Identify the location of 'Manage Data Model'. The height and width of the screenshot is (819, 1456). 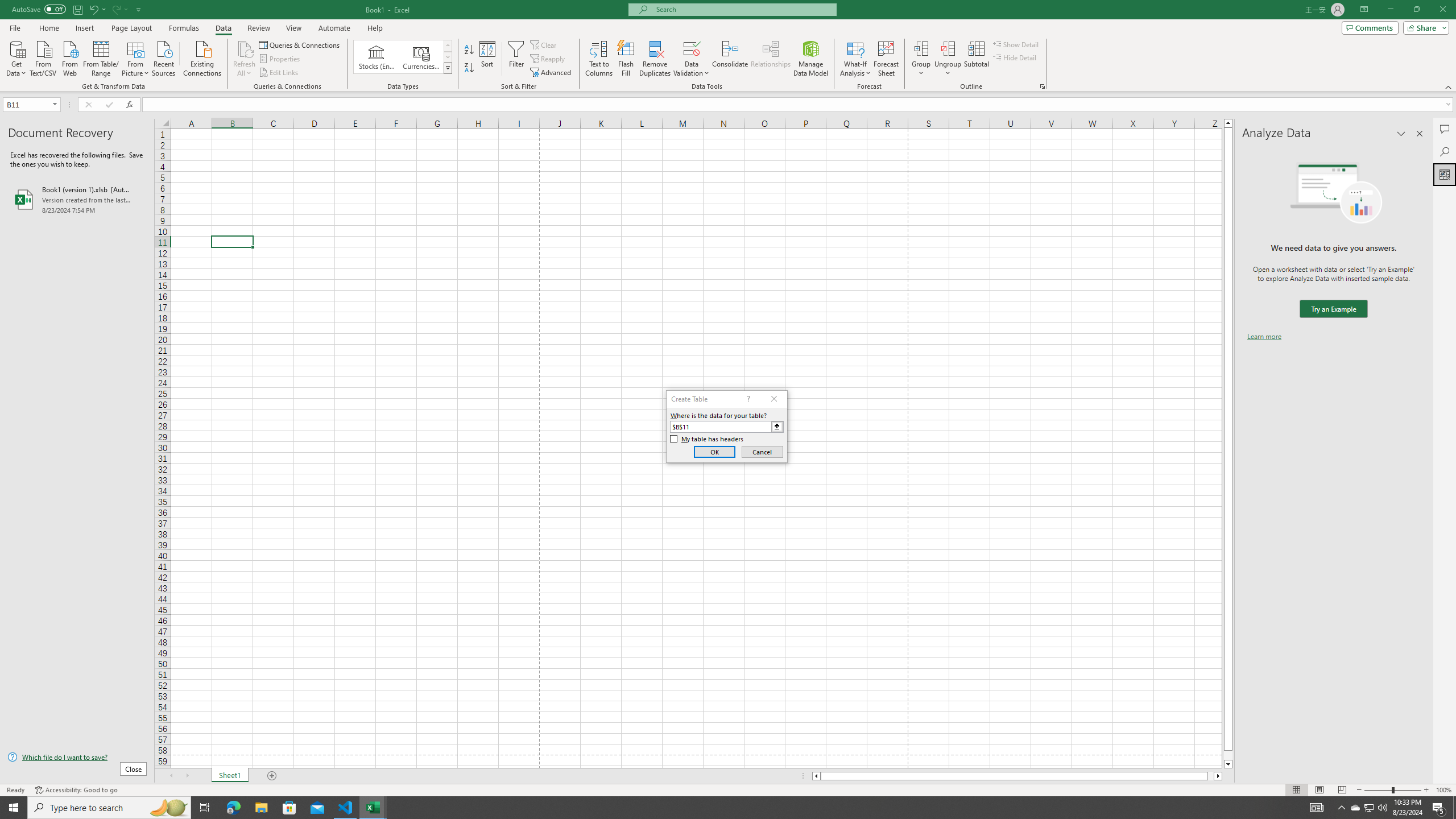
(810, 59).